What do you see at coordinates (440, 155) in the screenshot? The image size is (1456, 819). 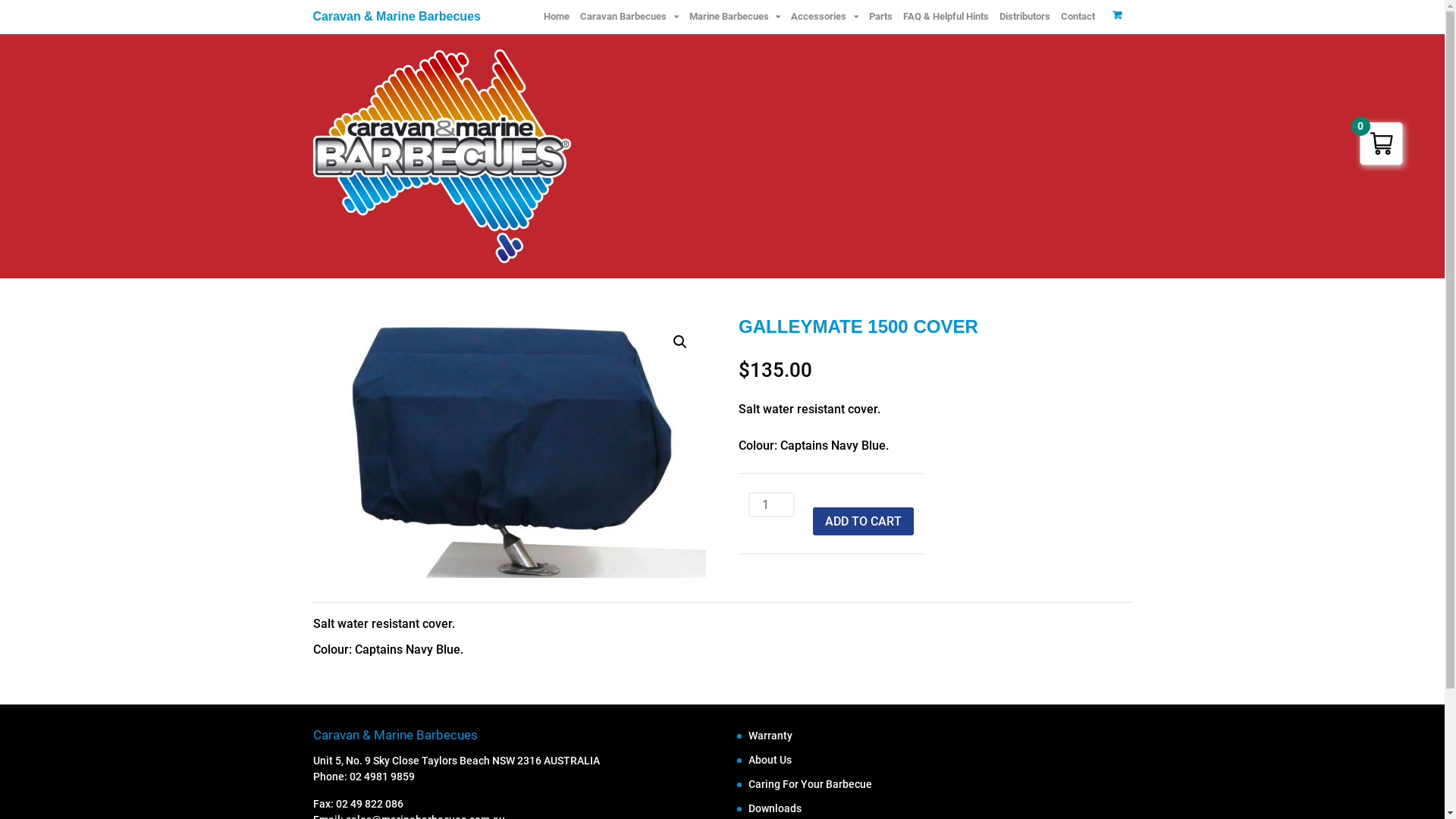 I see `'caravan-marine-bbq-logo'` at bounding box center [440, 155].